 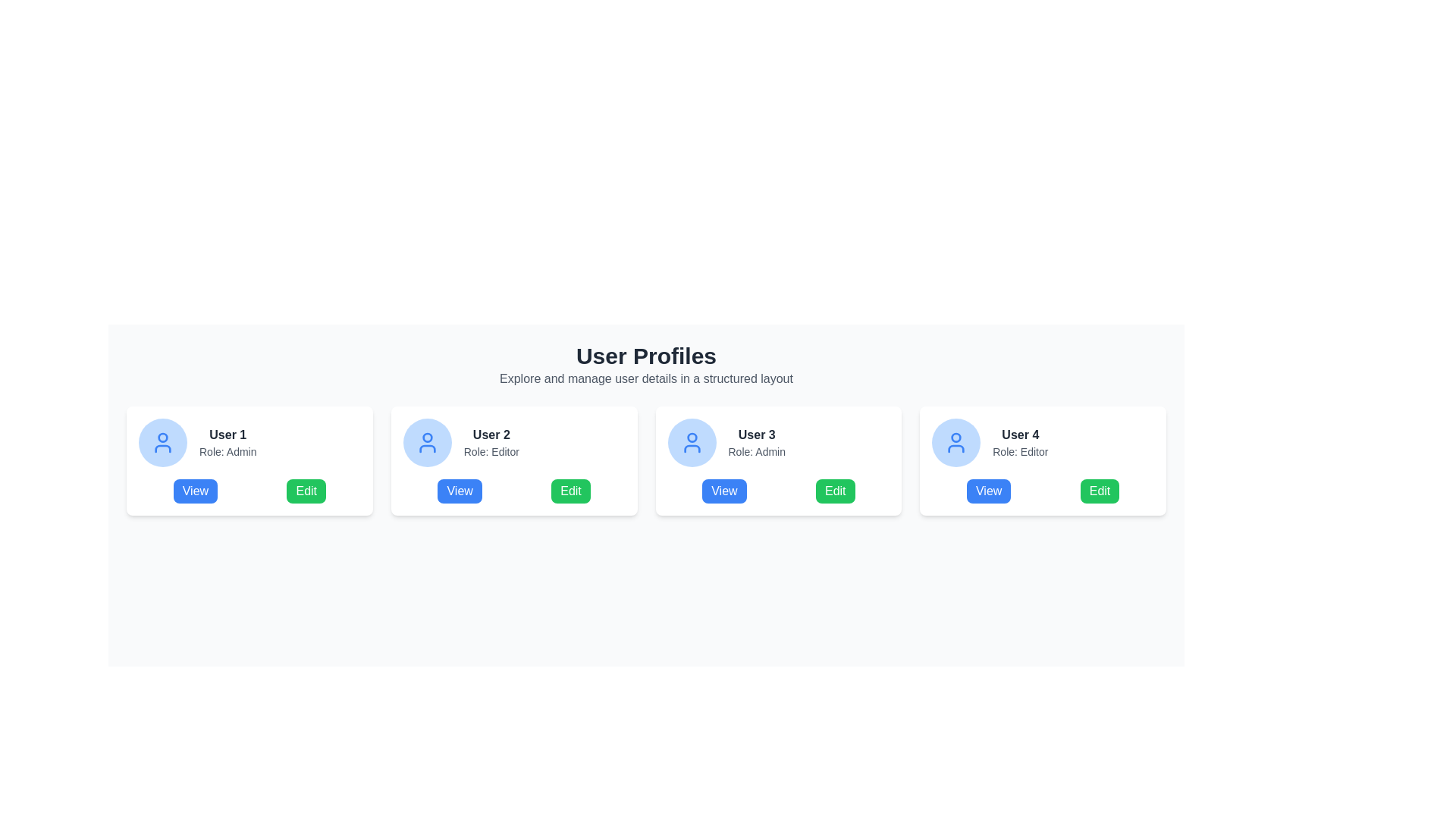 What do you see at coordinates (163, 442) in the screenshot?
I see `the user profile icon representing 'User 1', located at the center top of their user card` at bounding box center [163, 442].